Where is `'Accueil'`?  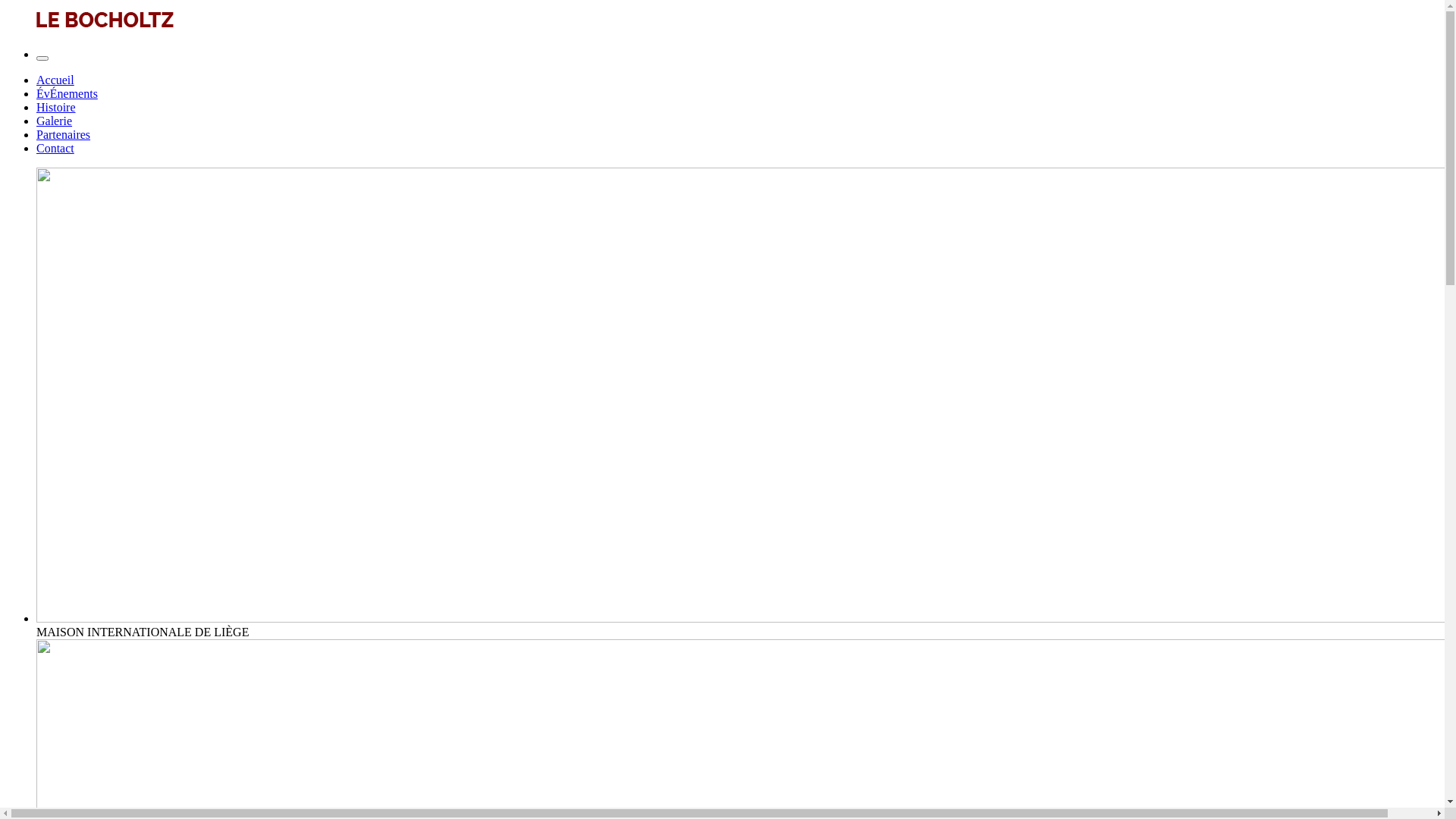 'Accueil' is located at coordinates (36, 80).